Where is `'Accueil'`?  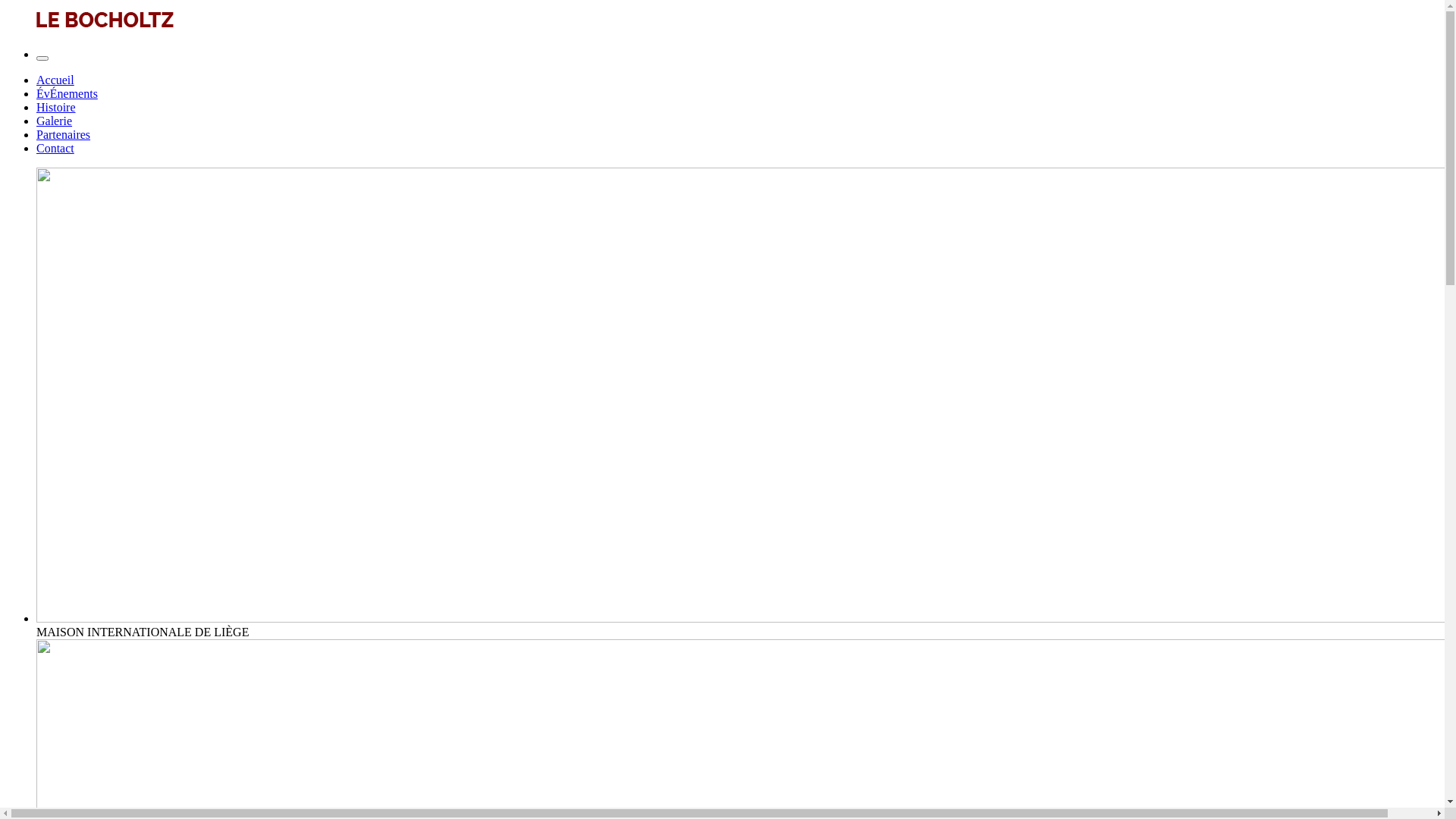 'Accueil' is located at coordinates (36, 80).